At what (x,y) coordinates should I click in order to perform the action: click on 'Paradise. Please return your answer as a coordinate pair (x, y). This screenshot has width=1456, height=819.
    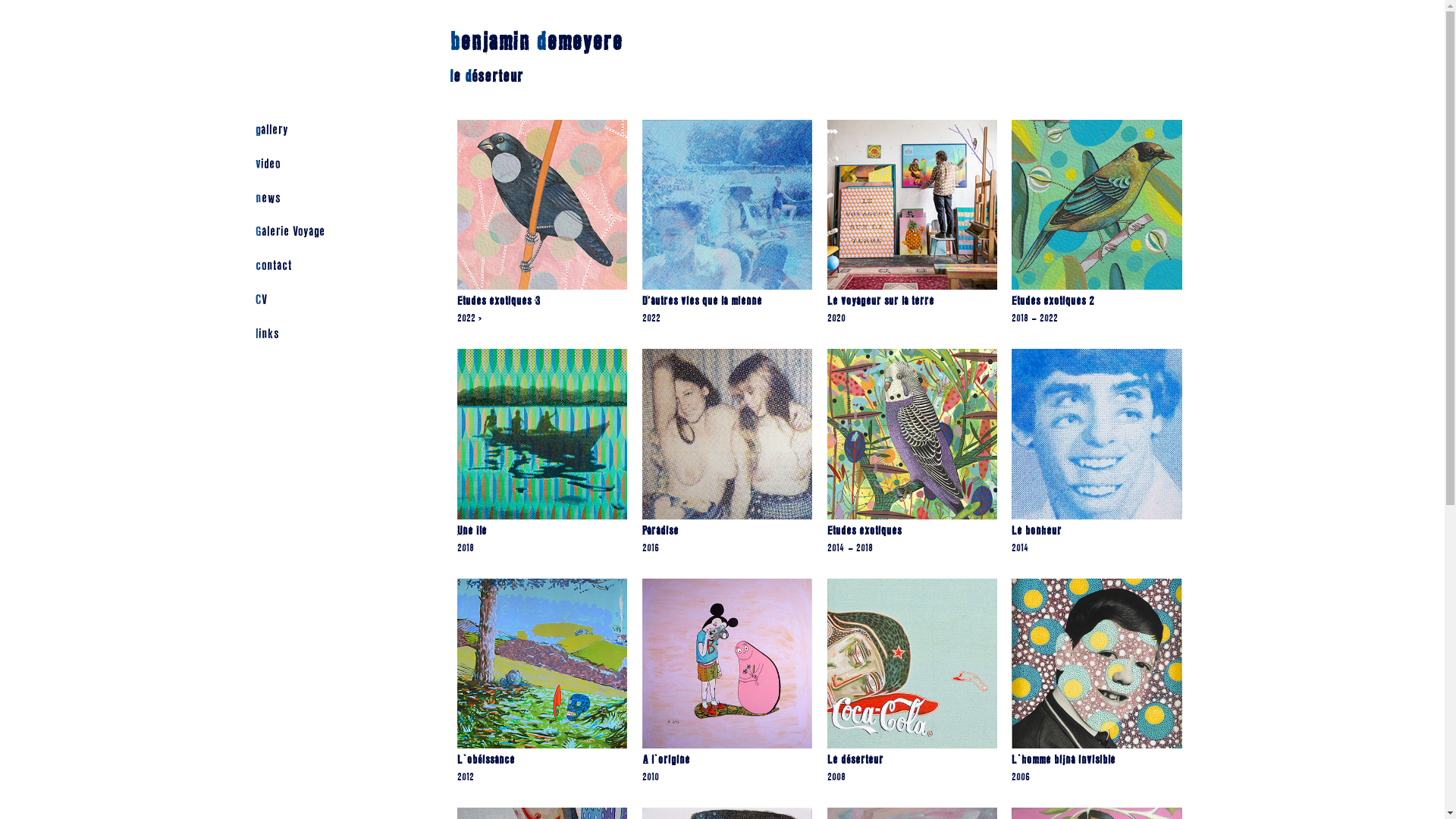
    Looking at the image, I should click on (642, 456).